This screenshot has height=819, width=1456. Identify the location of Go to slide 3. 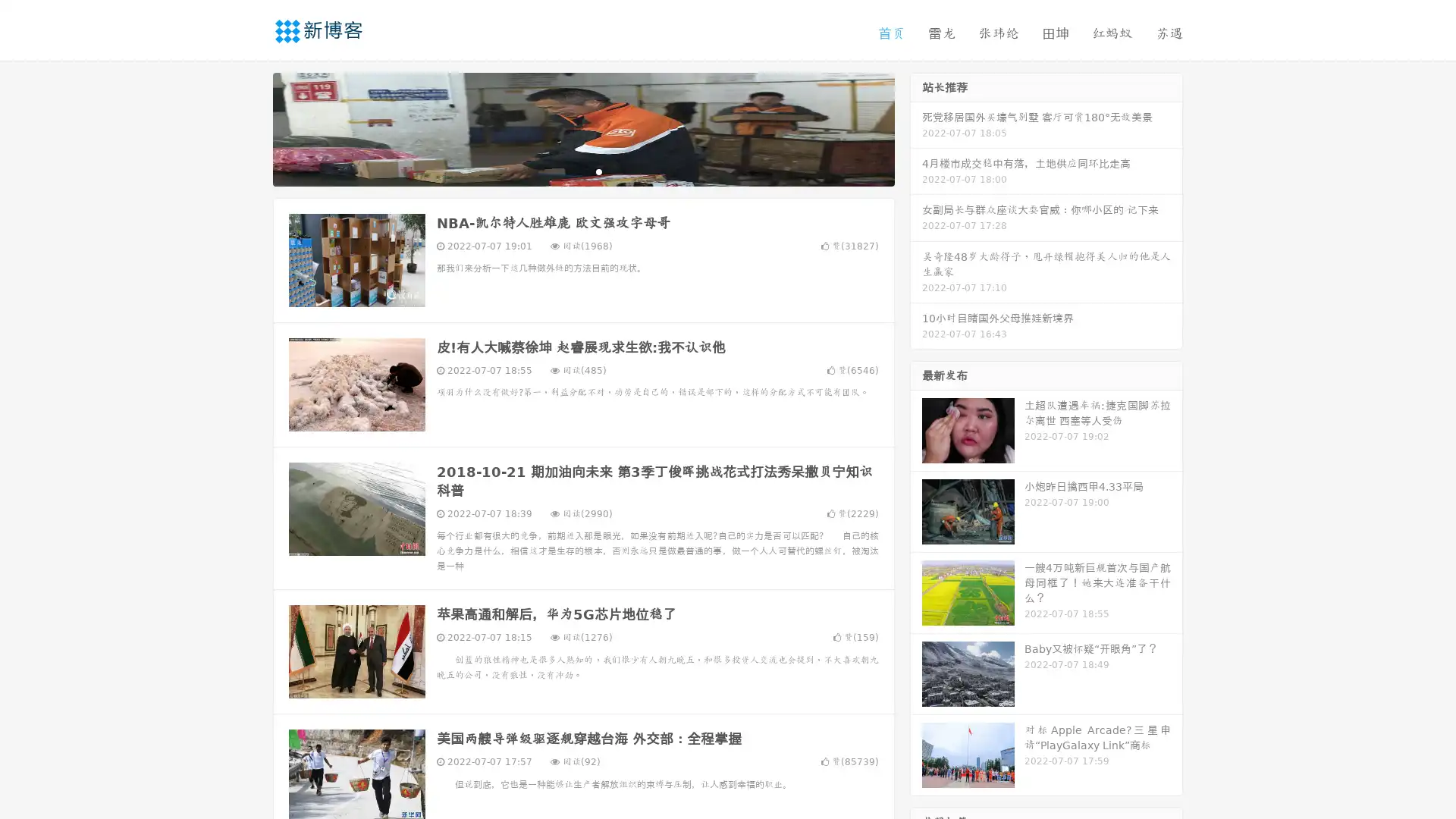
(598, 171).